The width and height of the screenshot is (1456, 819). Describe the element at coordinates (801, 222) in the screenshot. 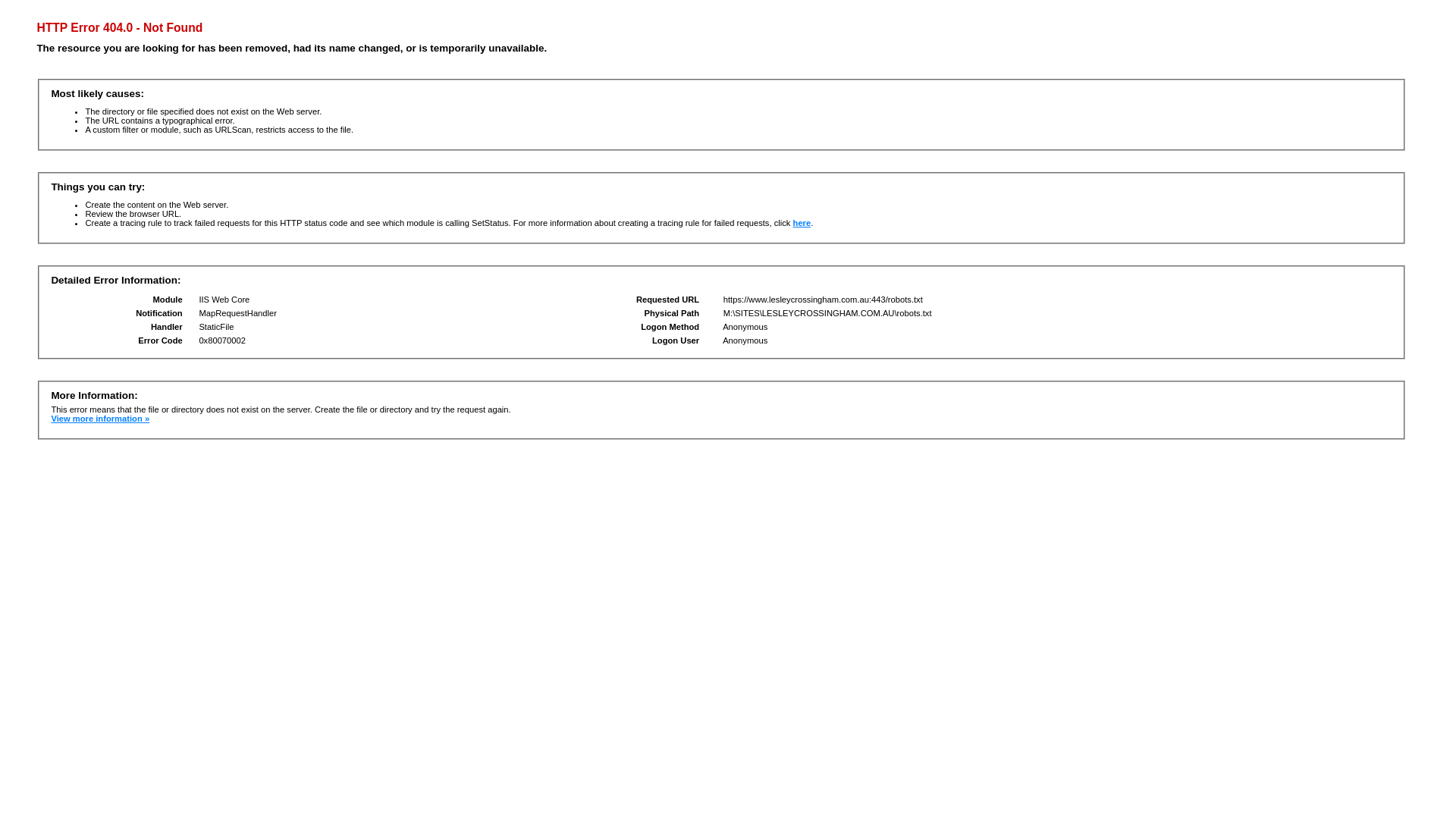

I see `'here'` at that location.